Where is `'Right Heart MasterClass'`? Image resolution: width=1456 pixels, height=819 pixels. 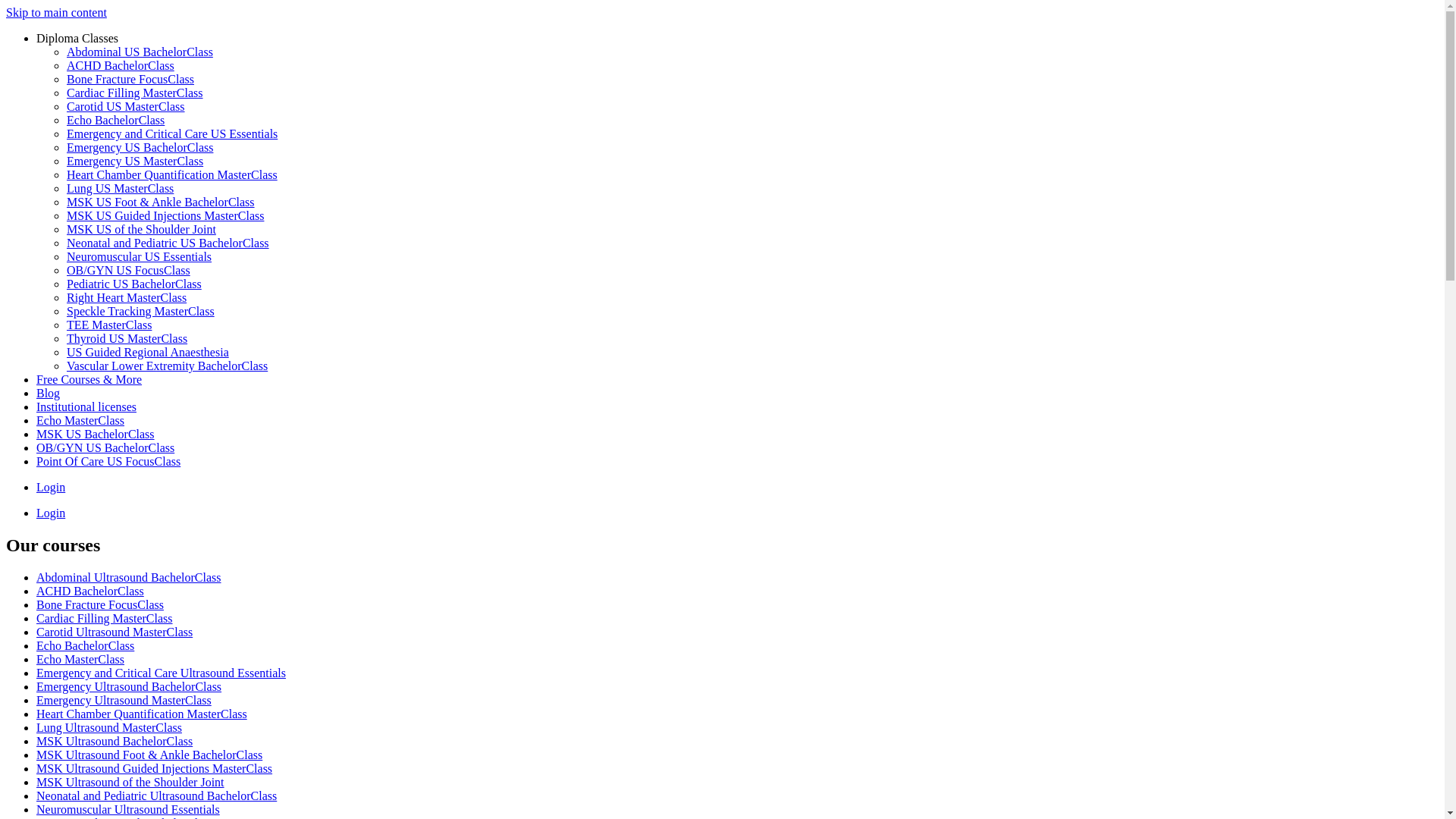 'Right Heart MasterClass' is located at coordinates (65, 297).